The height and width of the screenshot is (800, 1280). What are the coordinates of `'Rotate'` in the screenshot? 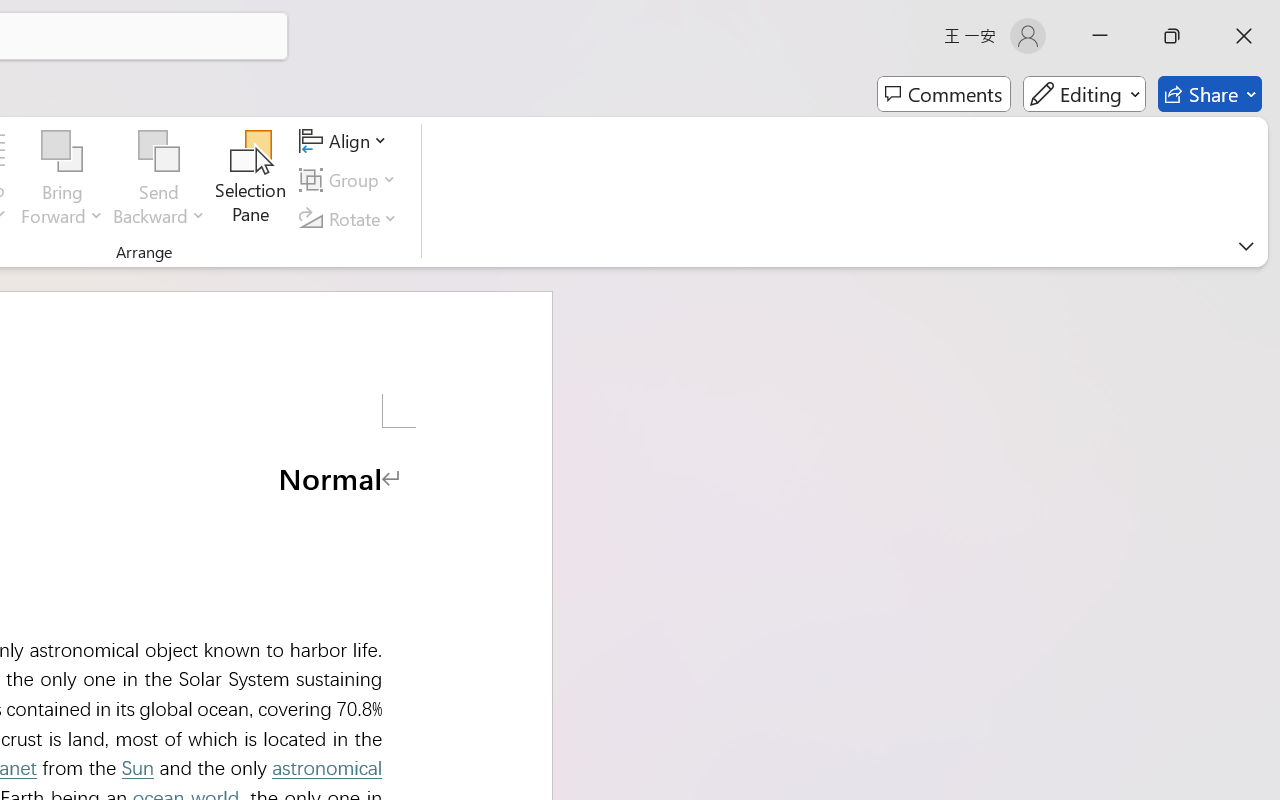 It's located at (351, 218).